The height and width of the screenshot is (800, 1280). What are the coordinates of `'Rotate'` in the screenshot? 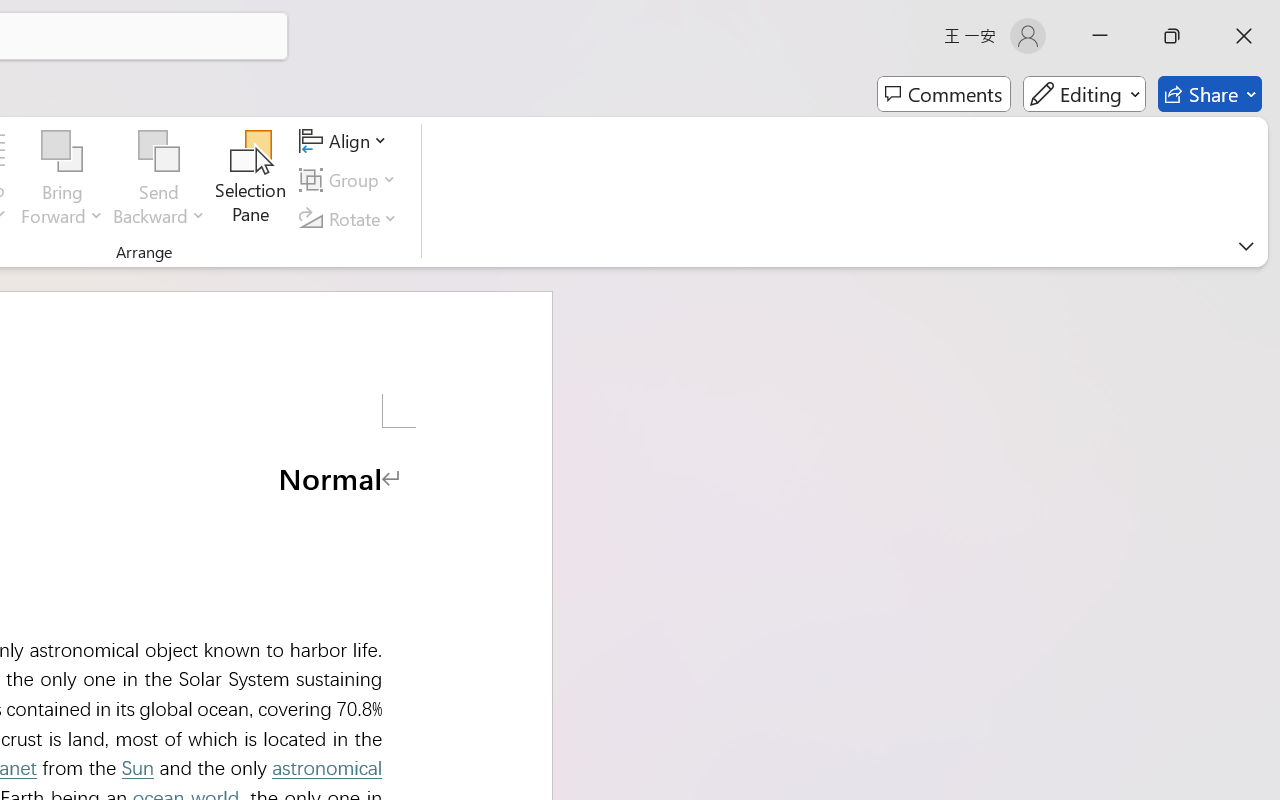 It's located at (351, 218).